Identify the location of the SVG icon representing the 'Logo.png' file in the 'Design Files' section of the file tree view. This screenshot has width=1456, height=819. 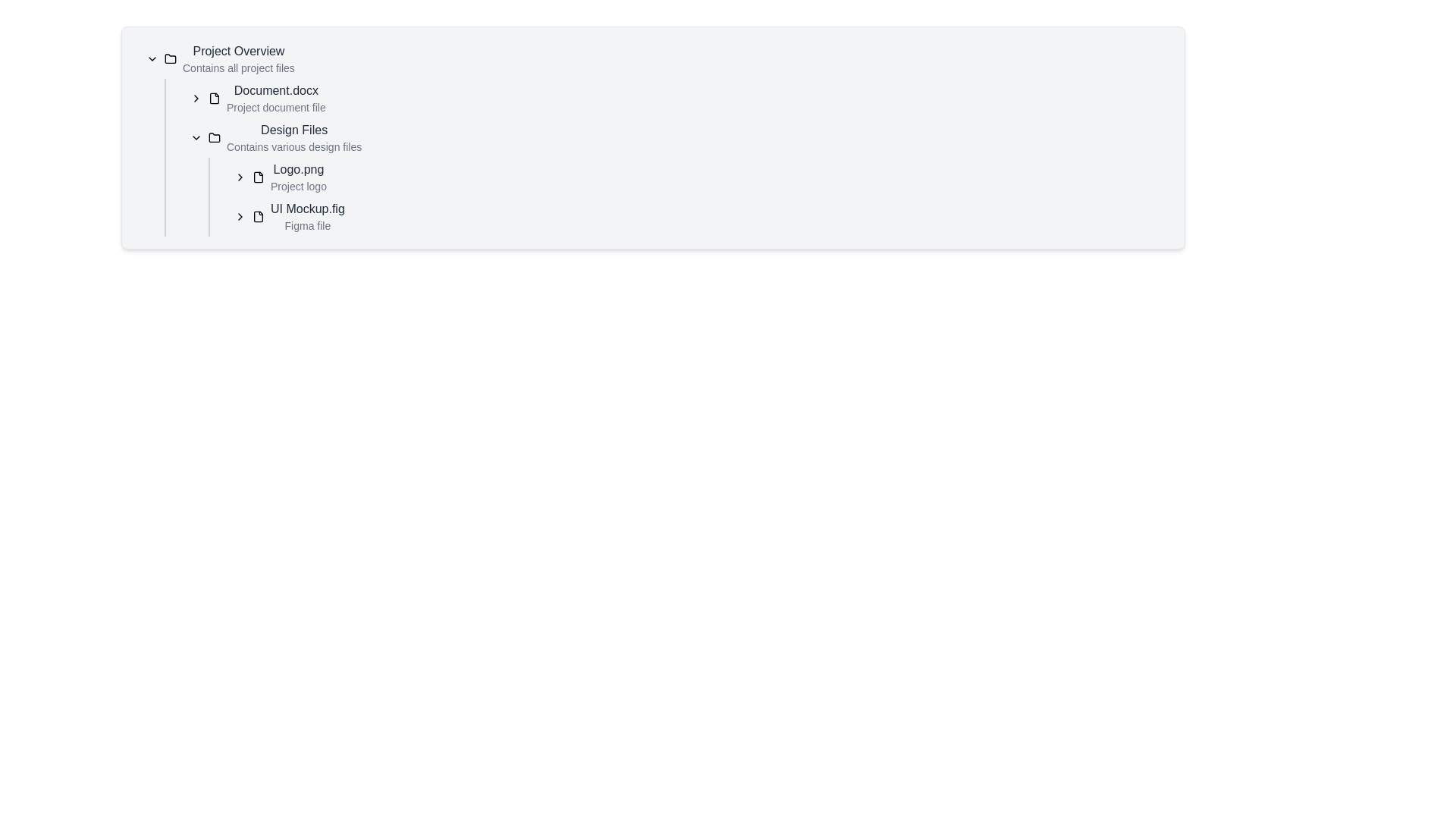
(258, 177).